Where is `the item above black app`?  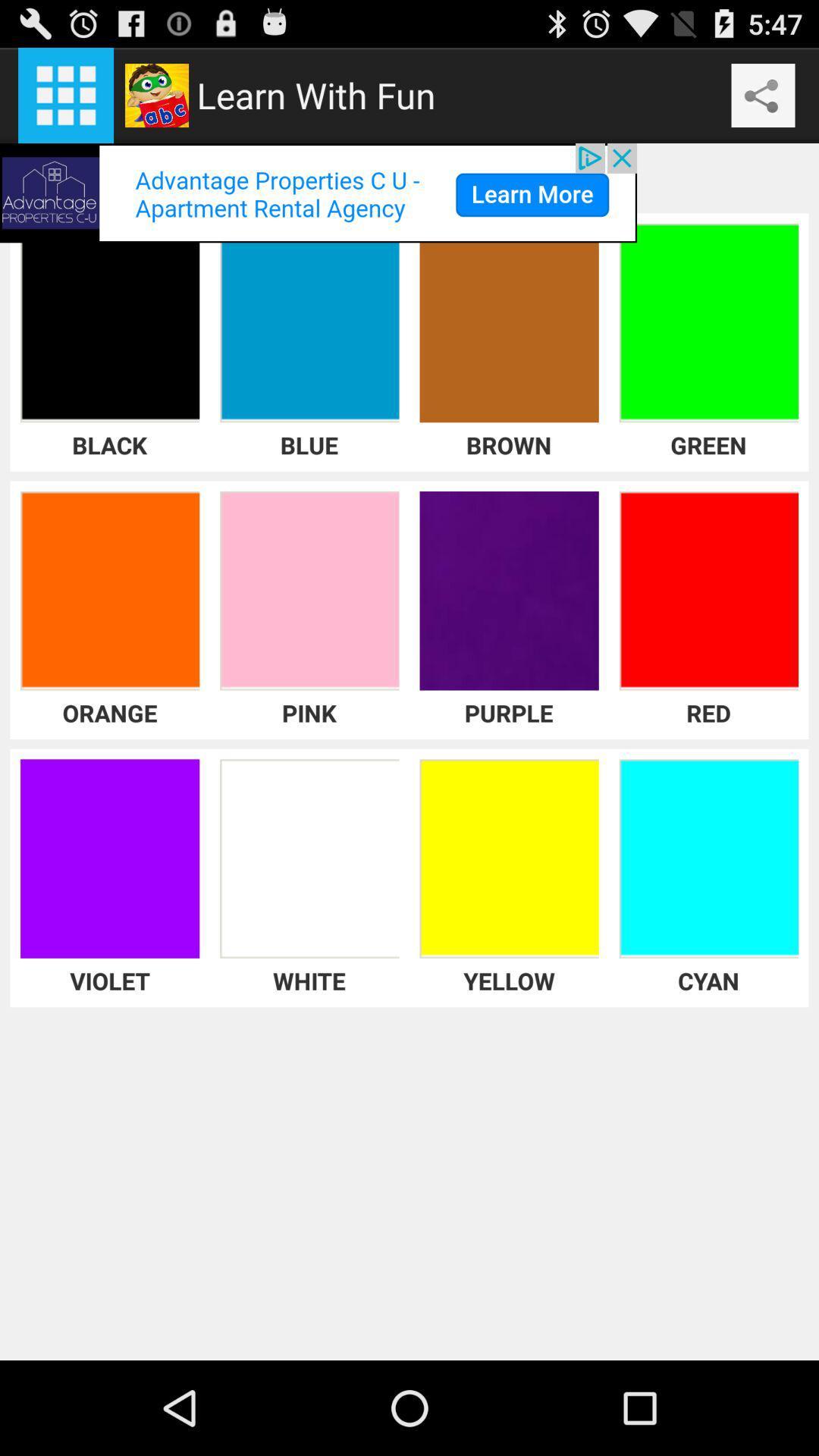
the item above black app is located at coordinates (318, 192).